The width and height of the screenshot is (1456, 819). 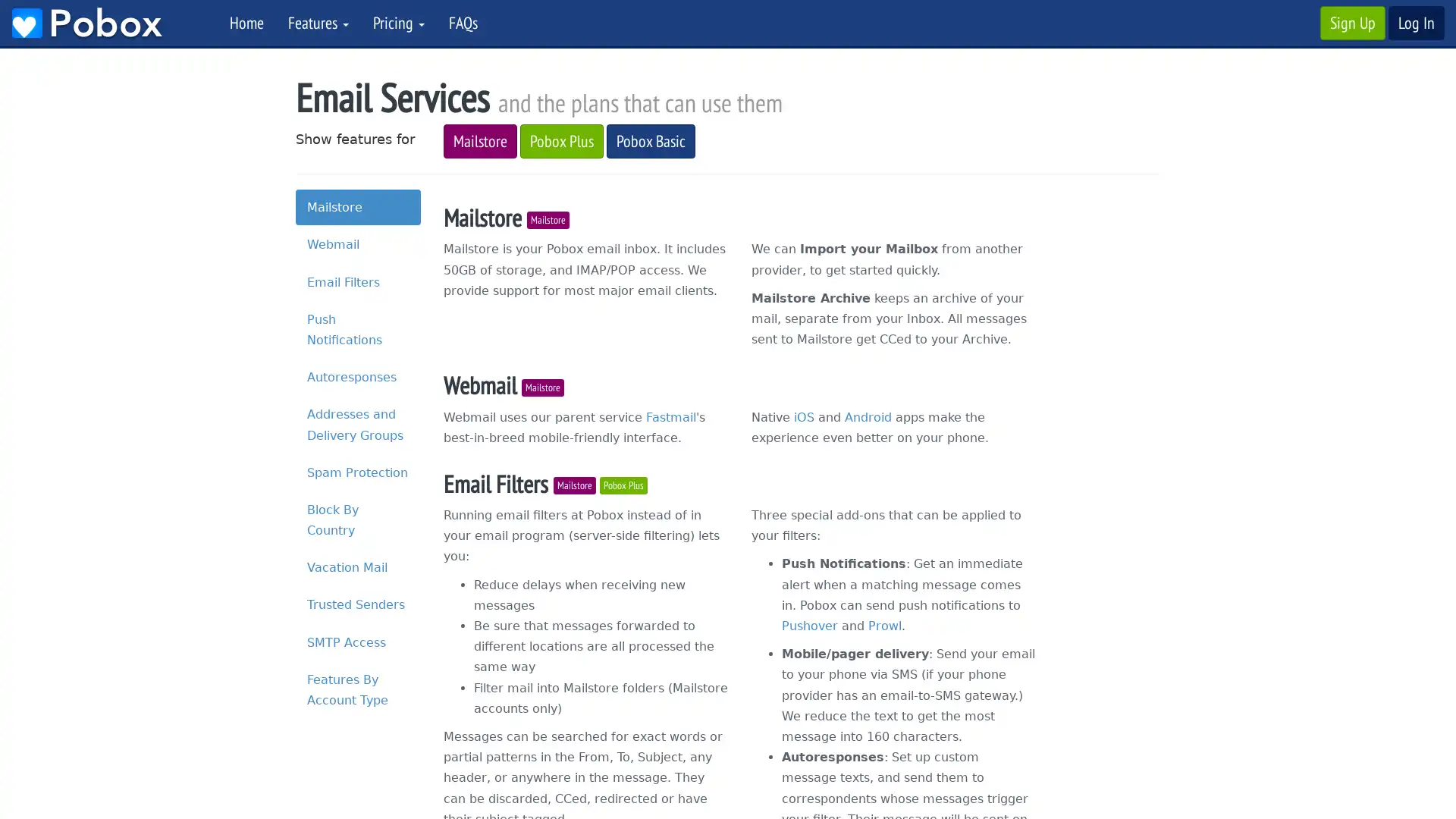 What do you see at coordinates (560, 140) in the screenshot?
I see `Pobox Plus` at bounding box center [560, 140].